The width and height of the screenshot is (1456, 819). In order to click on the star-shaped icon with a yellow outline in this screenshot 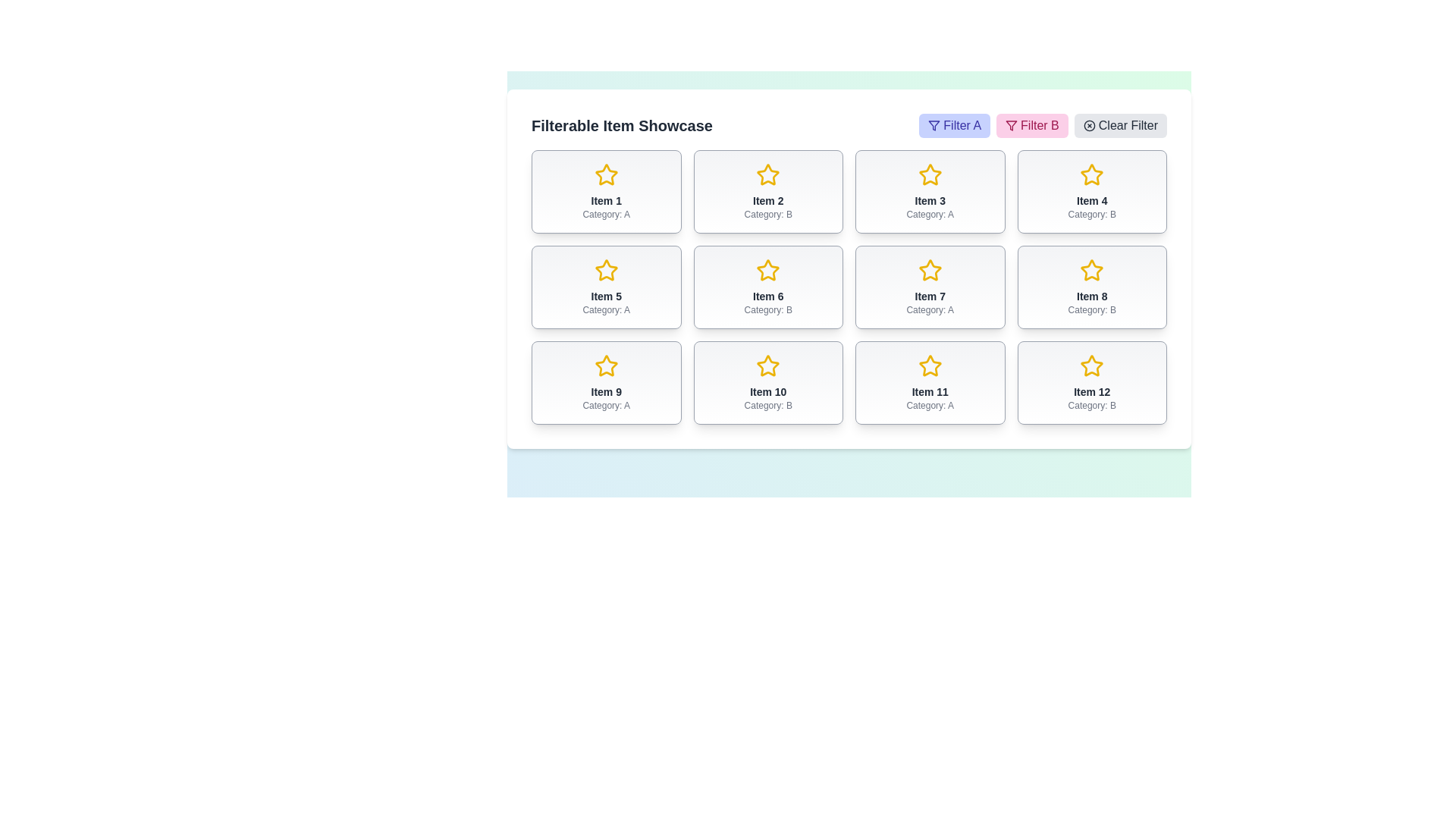, I will do `click(1092, 174)`.